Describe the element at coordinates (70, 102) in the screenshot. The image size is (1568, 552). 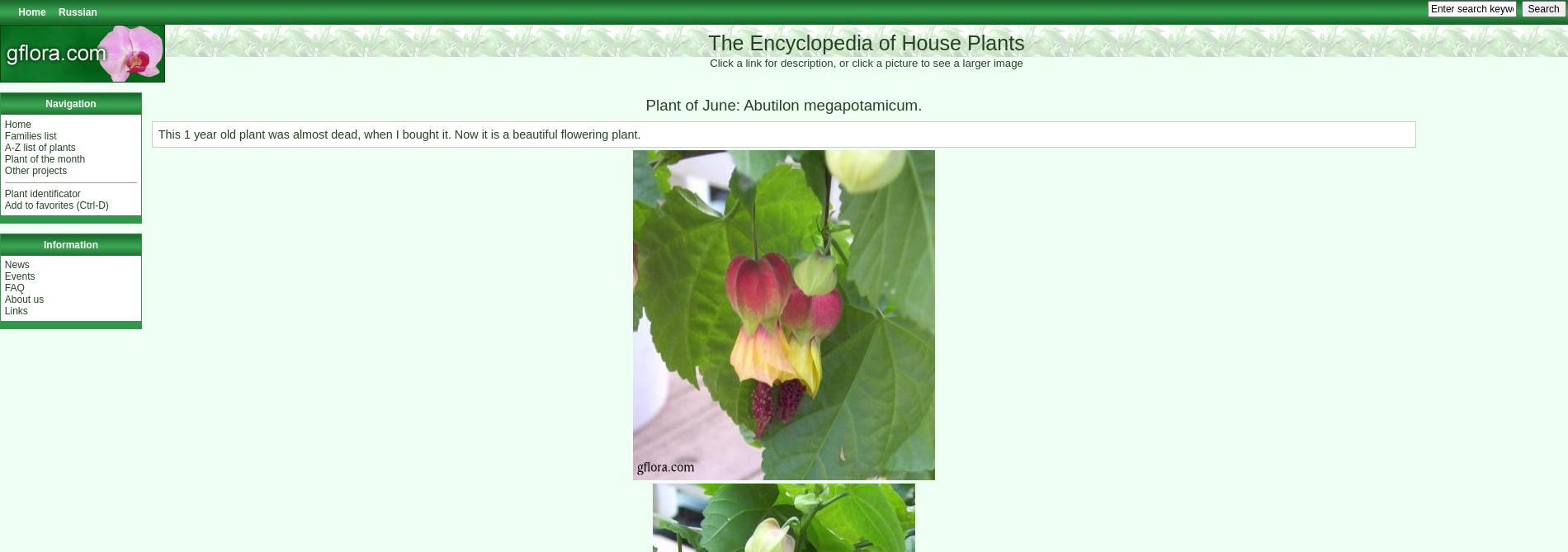
I see `'Navigation'` at that location.